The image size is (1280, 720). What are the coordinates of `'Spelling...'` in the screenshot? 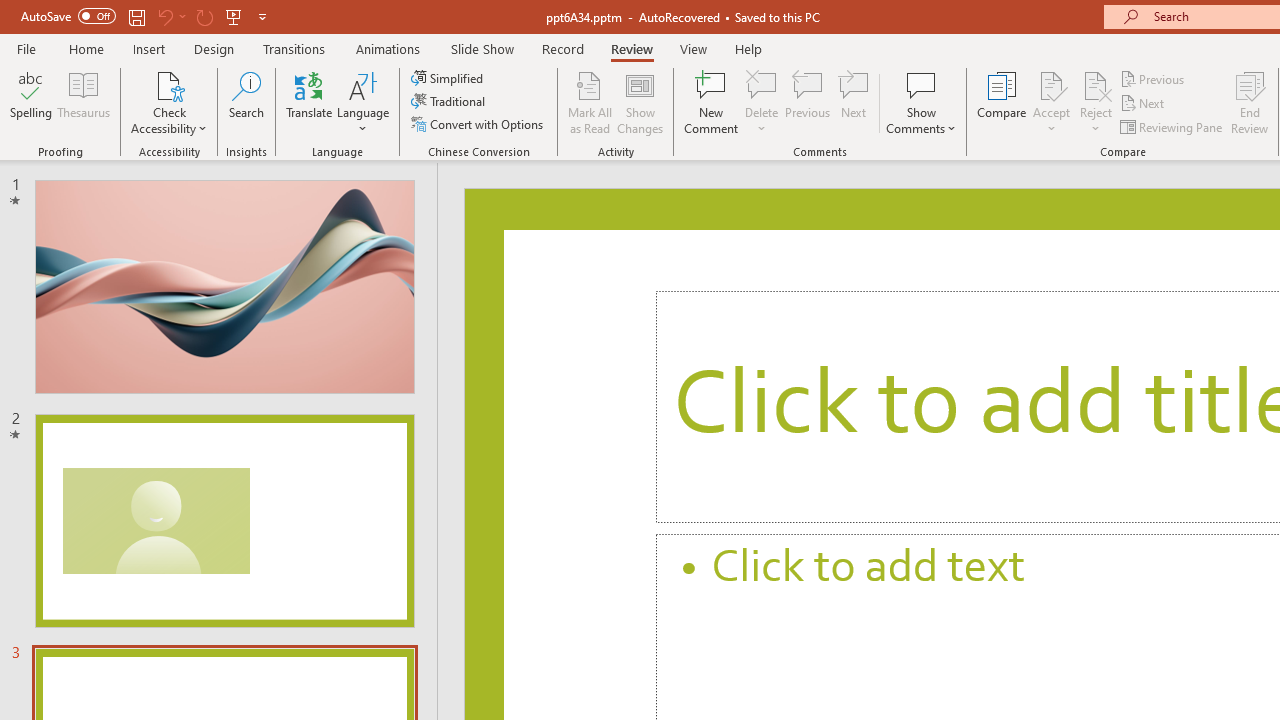 It's located at (31, 103).